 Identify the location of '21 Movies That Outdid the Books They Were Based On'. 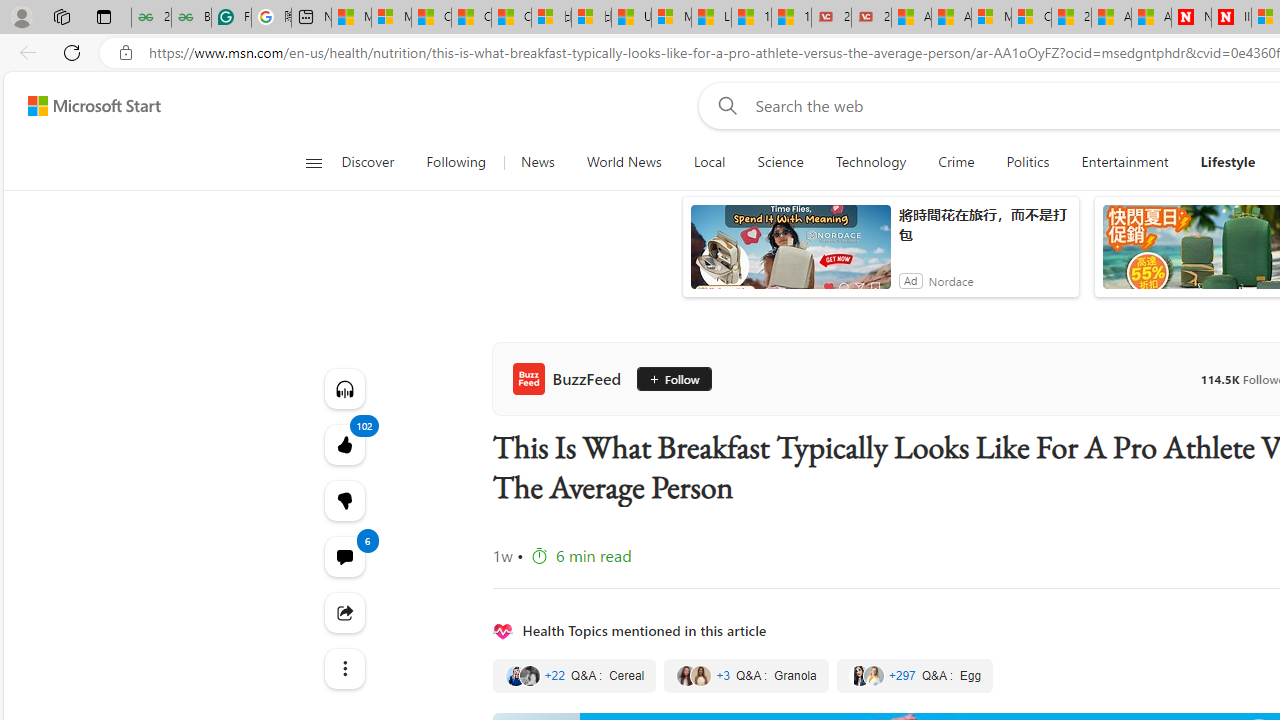
(871, 17).